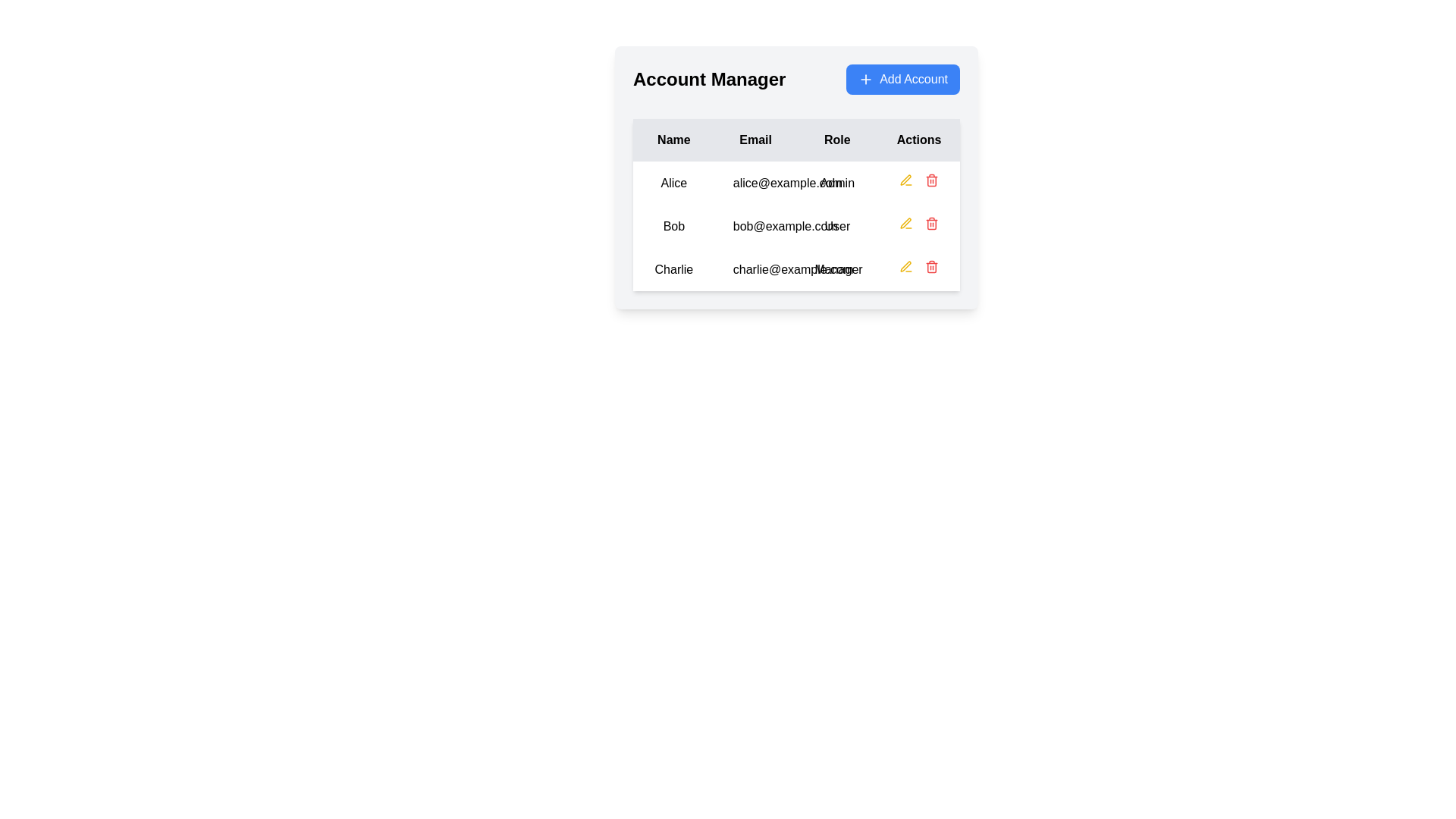 The height and width of the screenshot is (819, 1456). What do you see at coordinates (918, 225) in the screenshot?
I see `the yellow pencil icon in the action buttons group for user 'Bob' to initiate edit functionality` at bounding box center [918, 225].